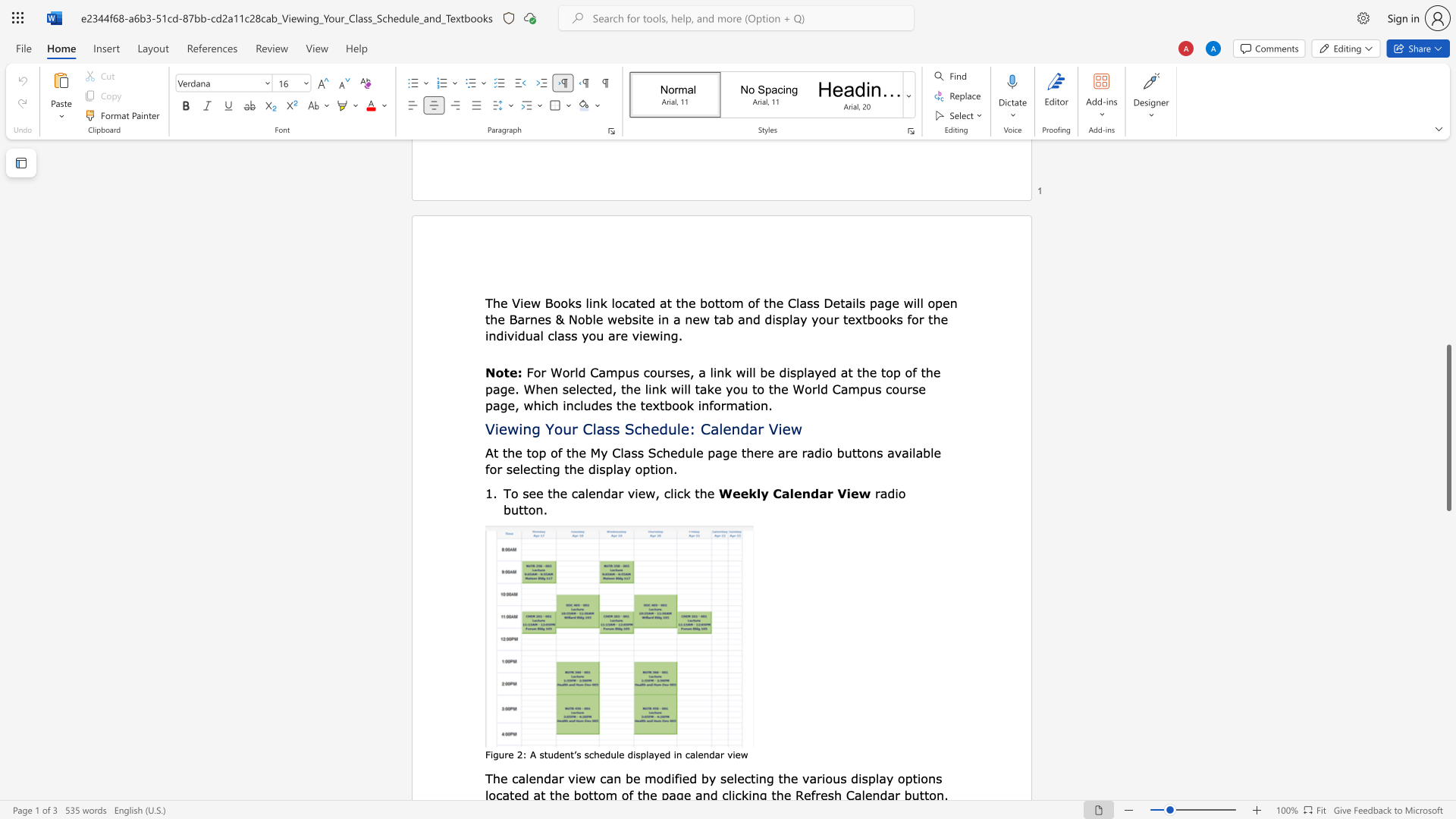  Describe the element at coordinates (1448, 271) in the screenshot. I see `the vertical scrollbar to raise the page content` at that location.